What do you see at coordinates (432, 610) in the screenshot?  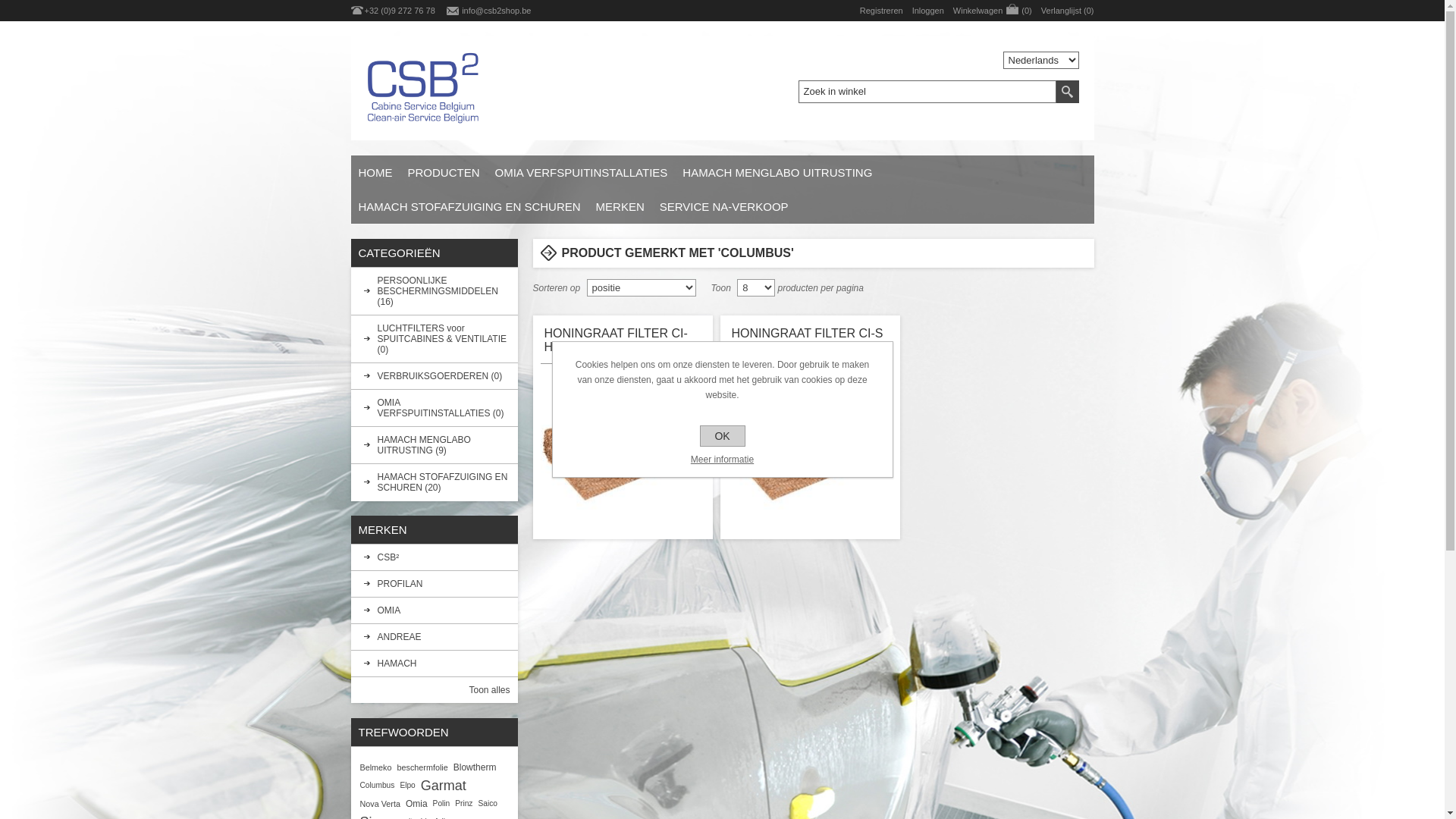 I see `'OMIA'` at bounding box center [432, 610].